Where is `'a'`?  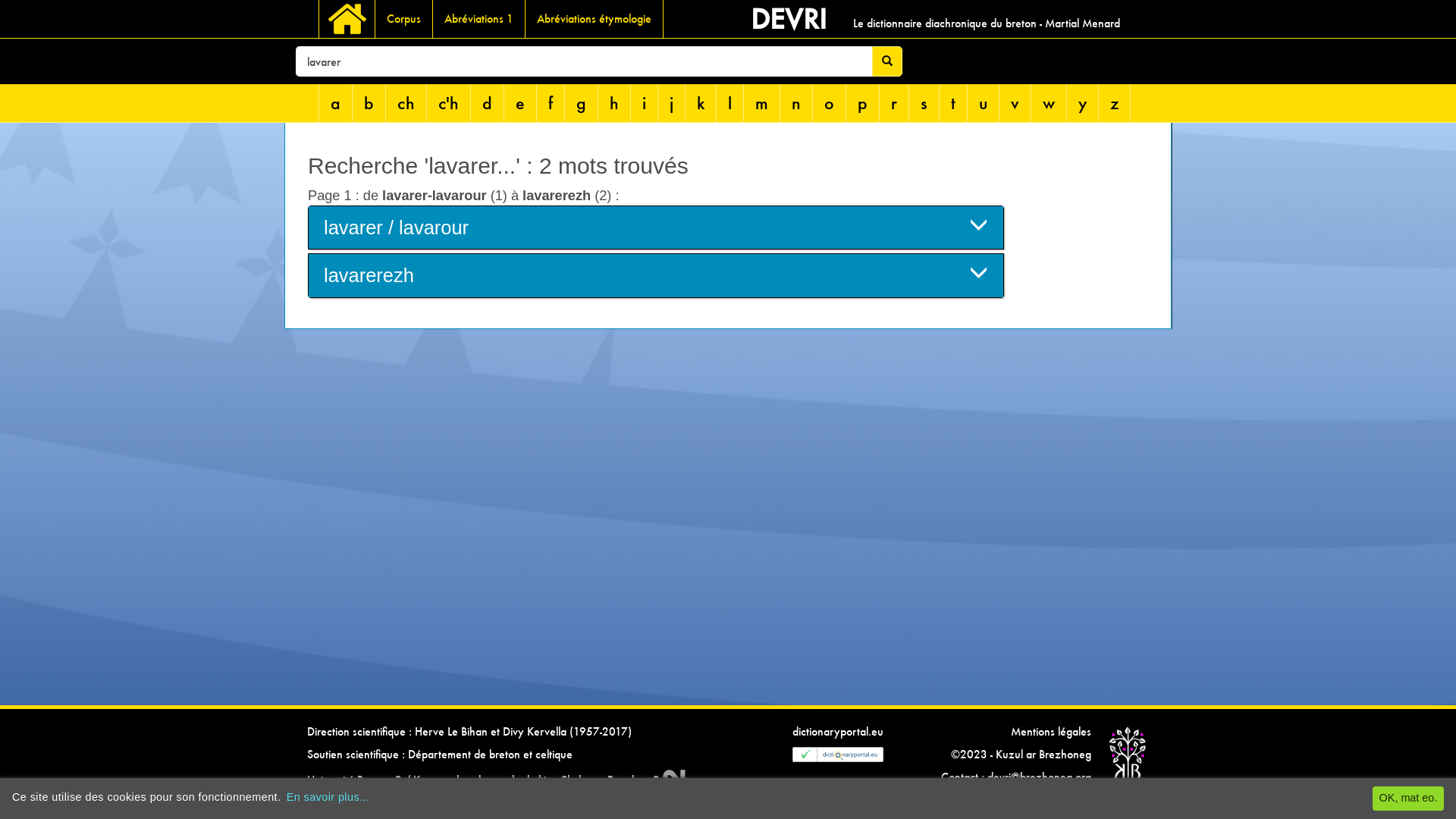
'a' is located at coordinates (334, 102).